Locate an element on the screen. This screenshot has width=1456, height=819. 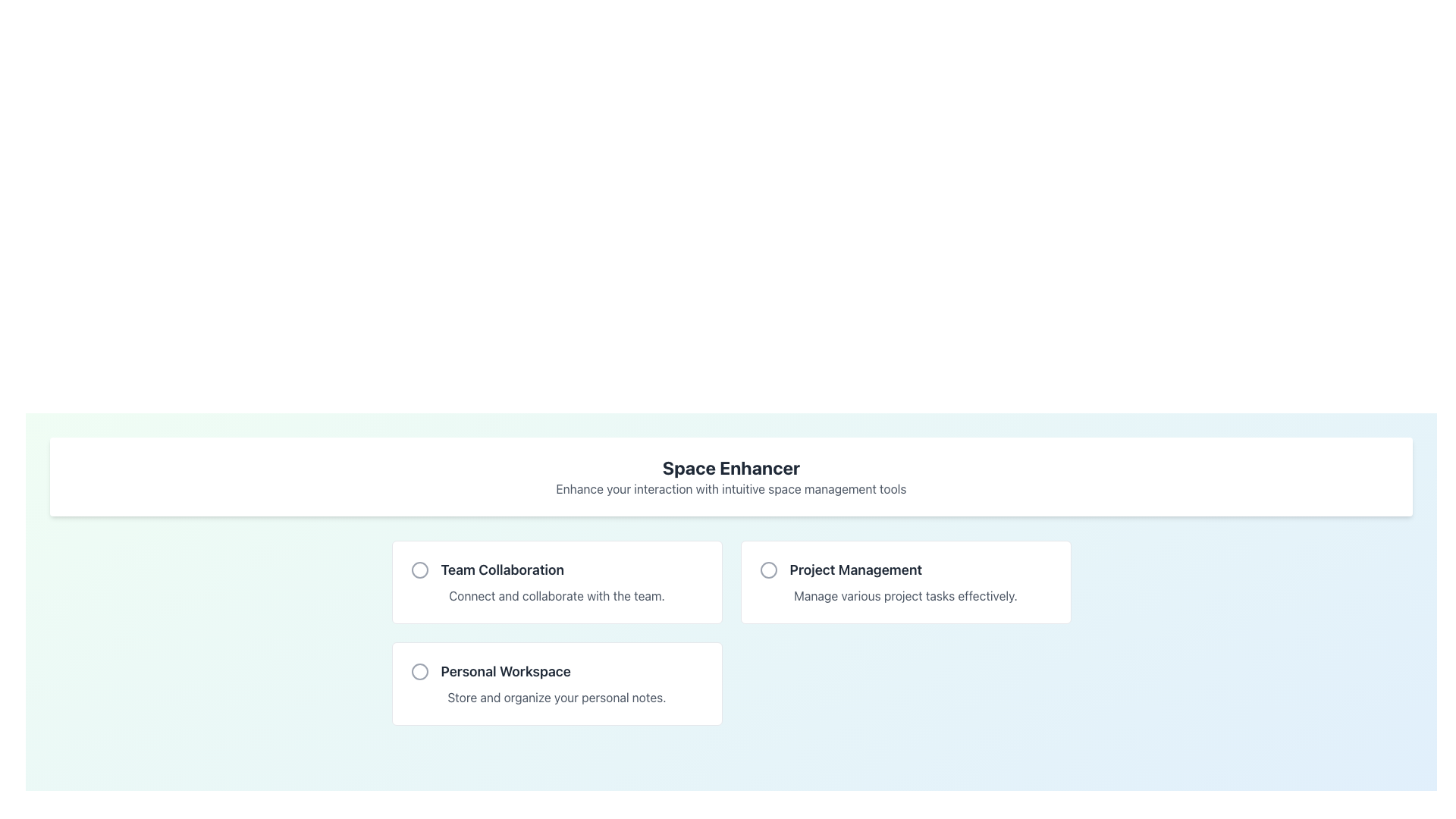
the 'Personal Workspace' text with the decorative circular icon next to it is located at coordinates (556, 671).